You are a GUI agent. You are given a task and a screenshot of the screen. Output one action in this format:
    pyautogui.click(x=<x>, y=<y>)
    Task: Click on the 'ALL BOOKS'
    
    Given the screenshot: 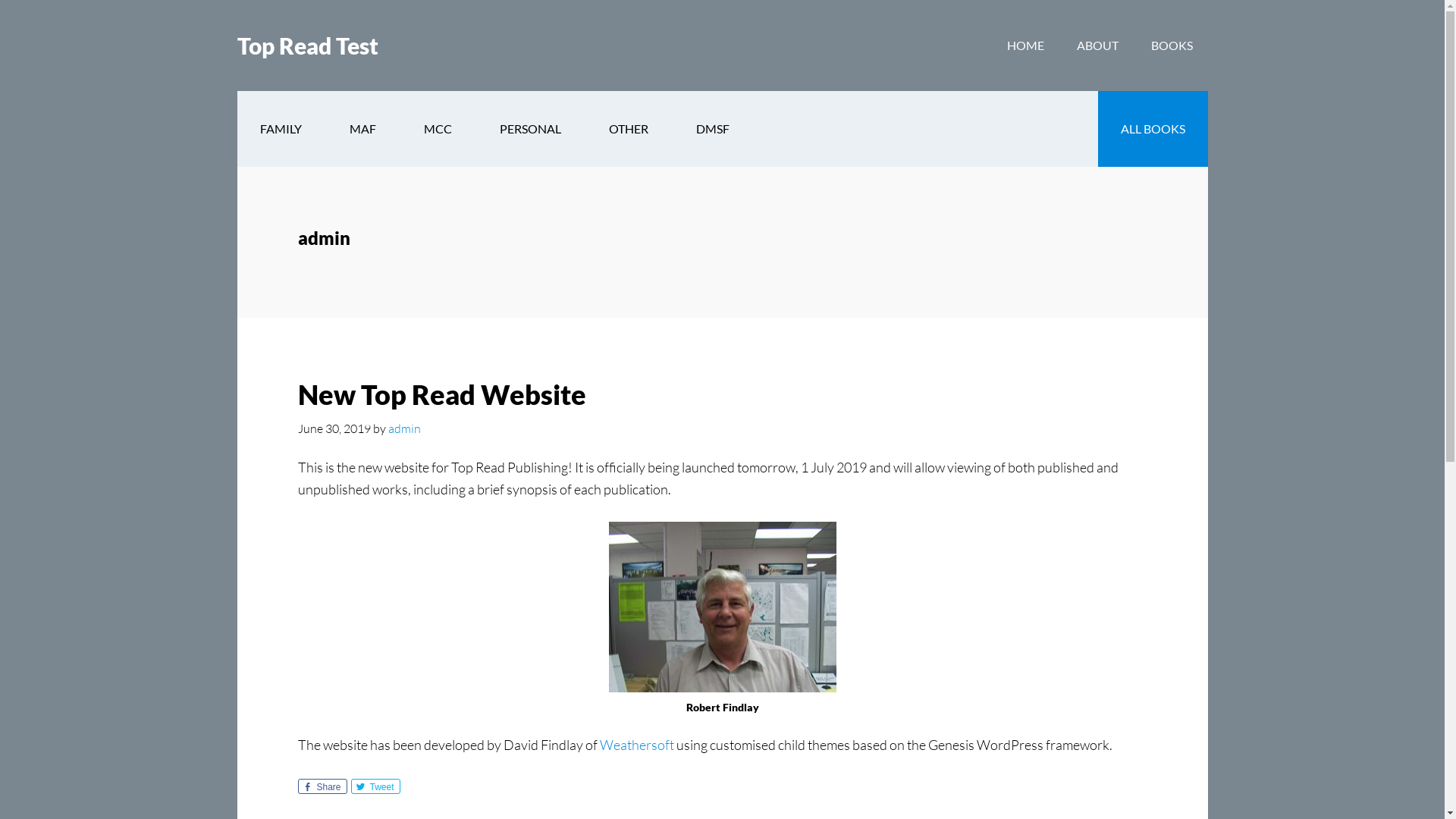 What is the action you would take?
    pyautogui.click(x=1153, y=127)
    